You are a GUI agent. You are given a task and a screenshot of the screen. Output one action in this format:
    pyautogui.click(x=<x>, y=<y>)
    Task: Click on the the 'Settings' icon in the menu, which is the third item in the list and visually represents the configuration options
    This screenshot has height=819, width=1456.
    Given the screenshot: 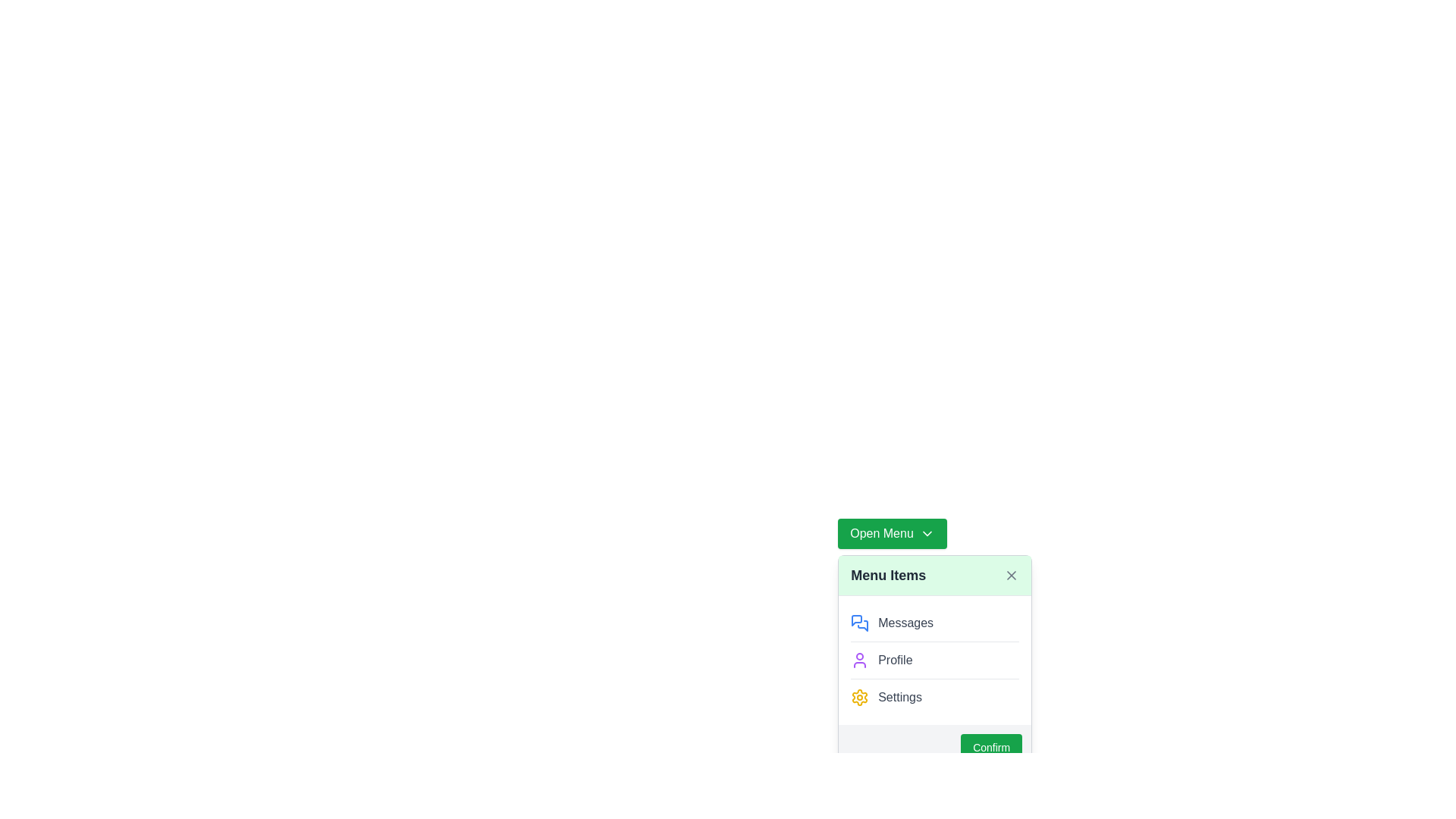 What is the action you would take?
    pyautogui.click(x=859, y=698)
    